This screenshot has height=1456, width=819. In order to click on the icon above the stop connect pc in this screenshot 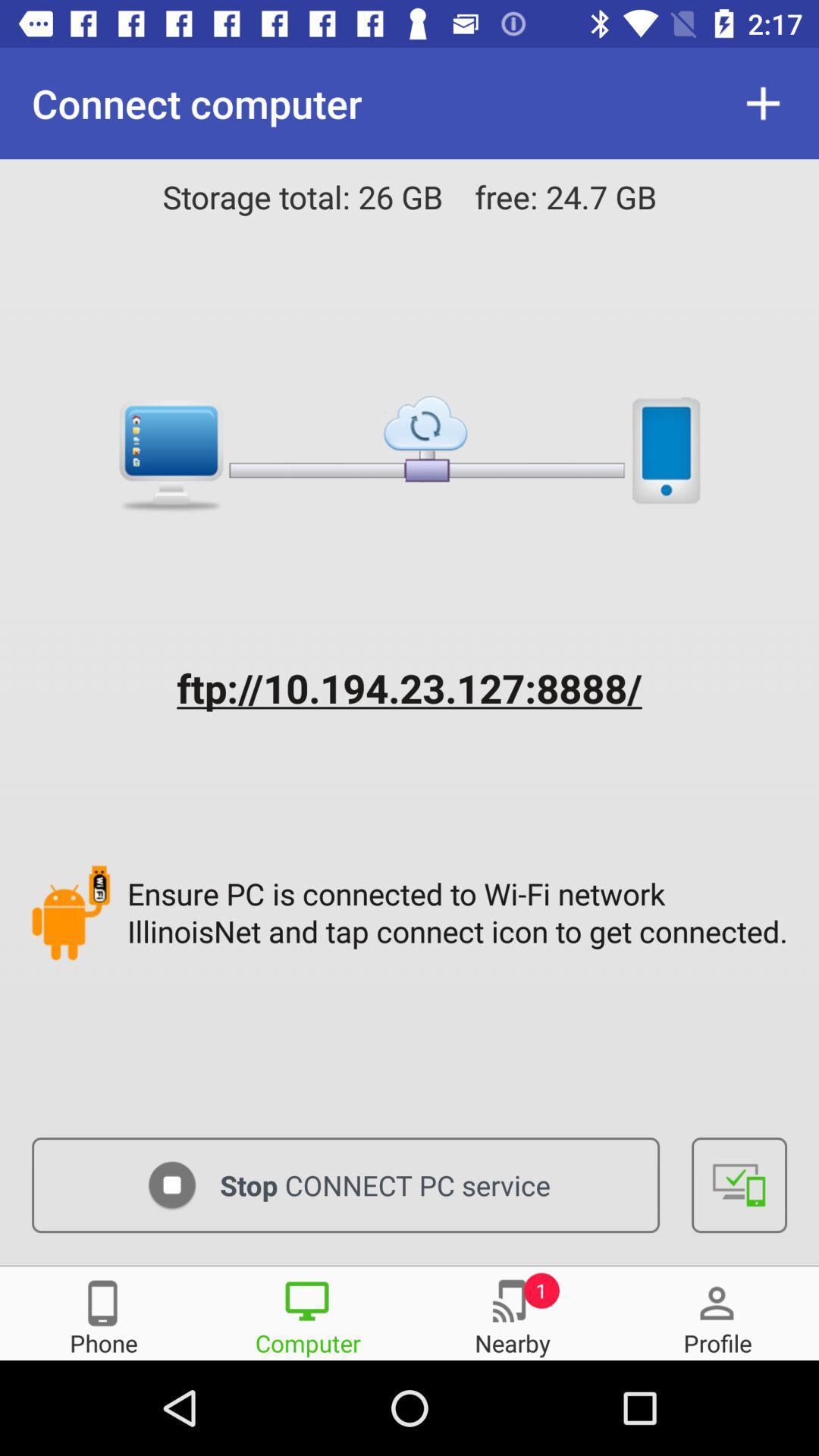, I will do `click(460, 912)`.